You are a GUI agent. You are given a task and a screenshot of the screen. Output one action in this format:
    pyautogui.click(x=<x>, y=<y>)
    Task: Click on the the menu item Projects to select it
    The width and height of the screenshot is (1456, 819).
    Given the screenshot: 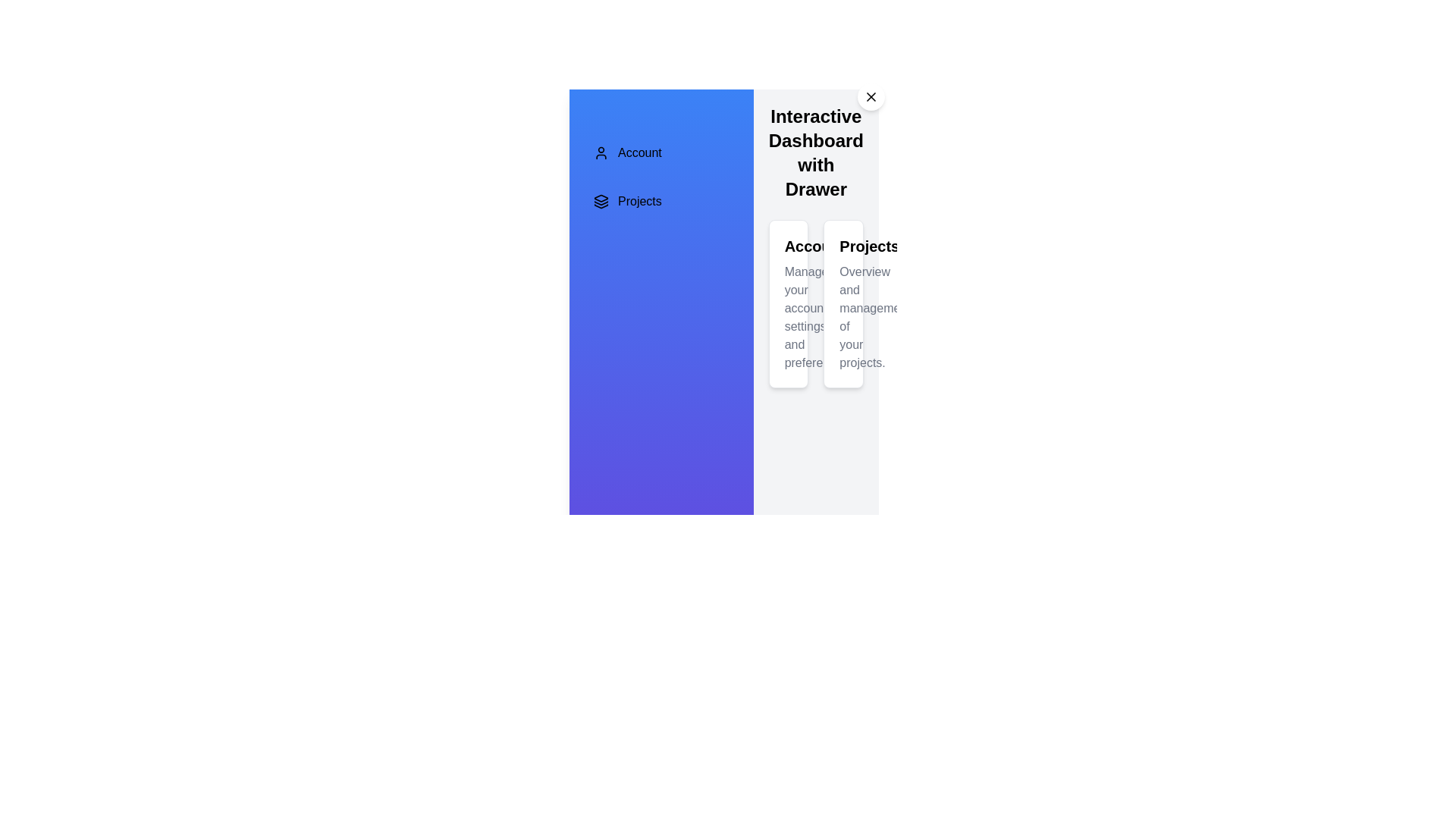 What is the action you would take?
    pyautogui.click(x=661, y=201)
    